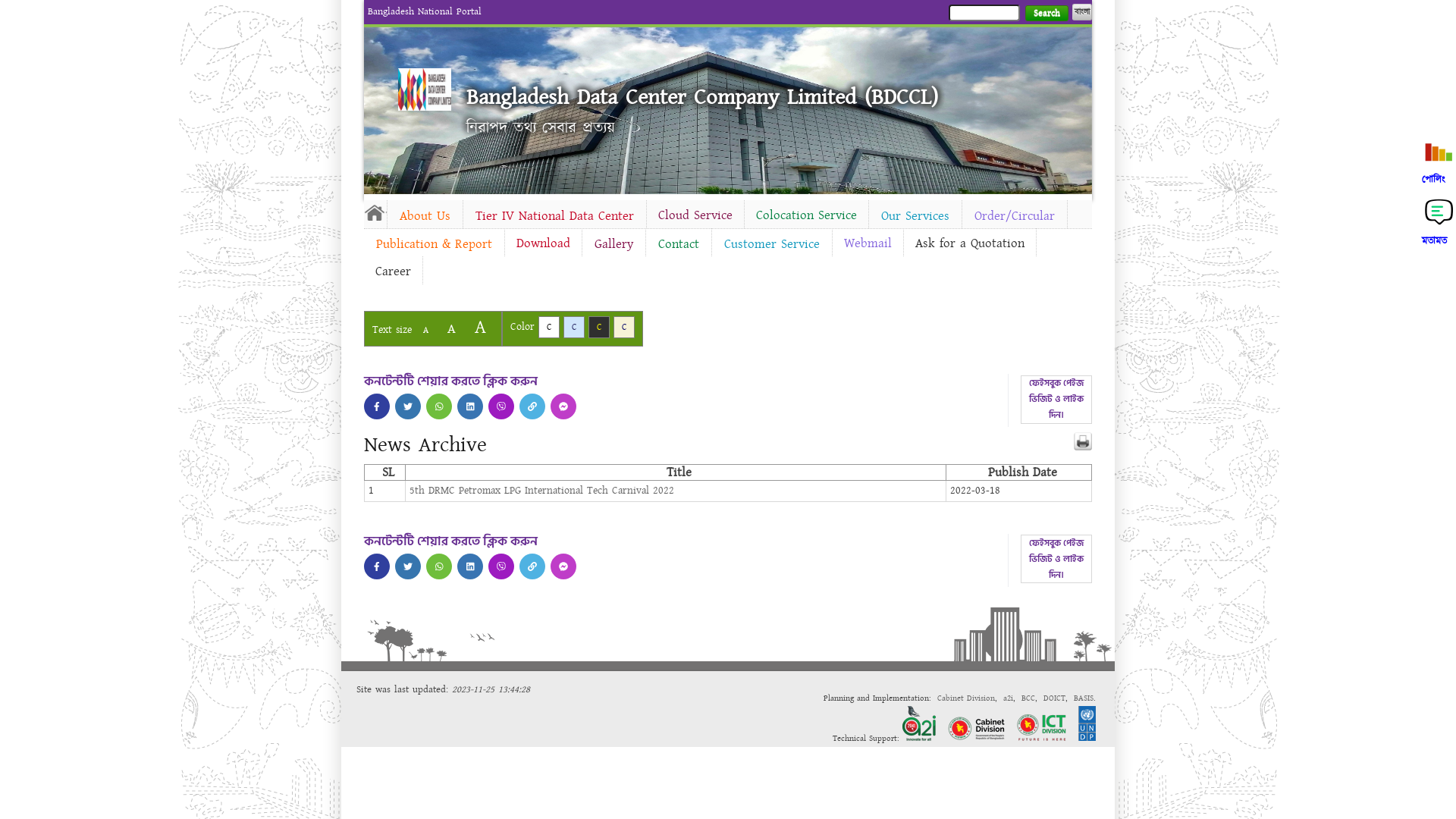  I want to click on 'A', so click(425, 329).